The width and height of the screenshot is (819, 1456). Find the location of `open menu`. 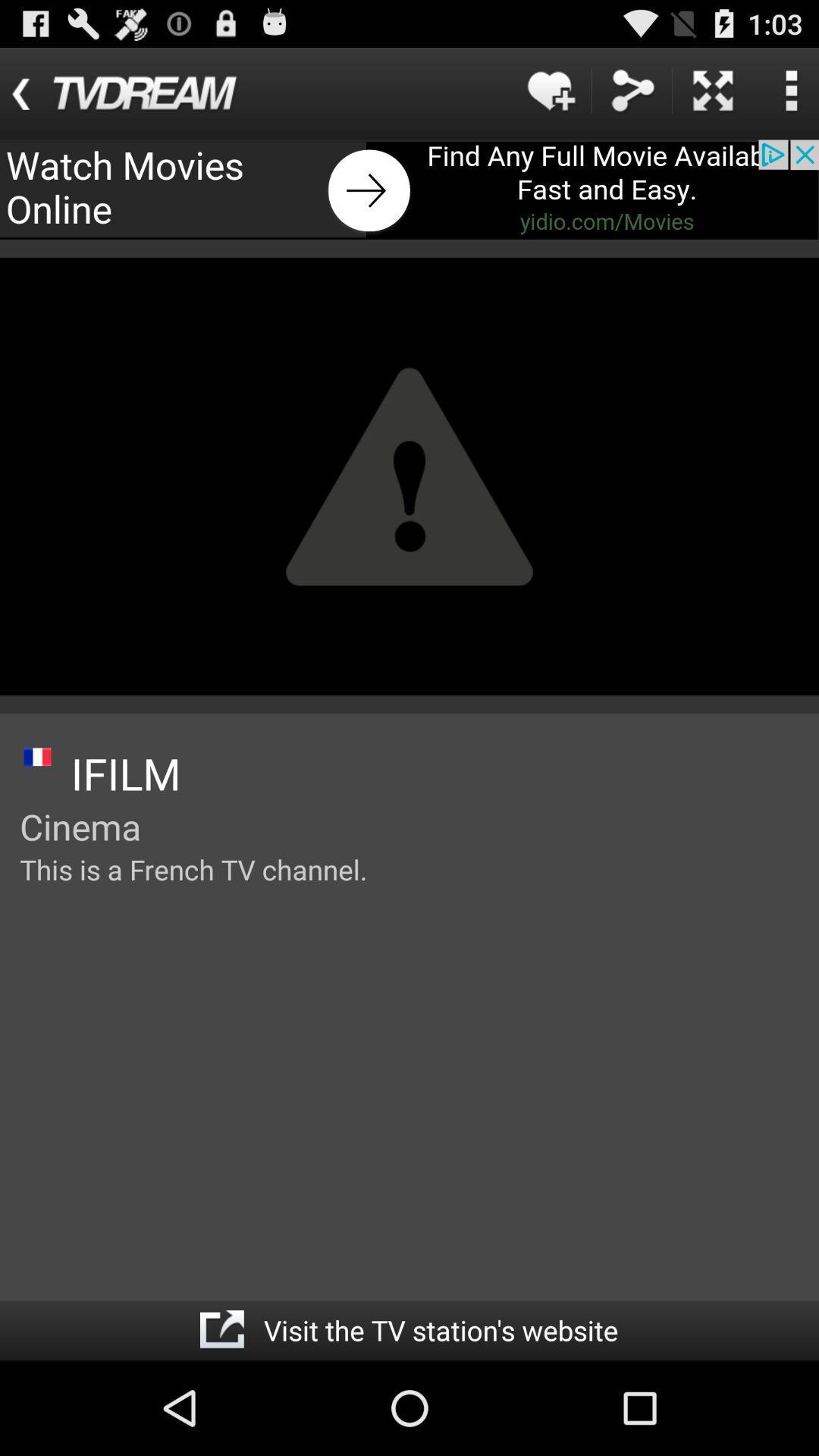

open menu is located at coordinates (790, 89).